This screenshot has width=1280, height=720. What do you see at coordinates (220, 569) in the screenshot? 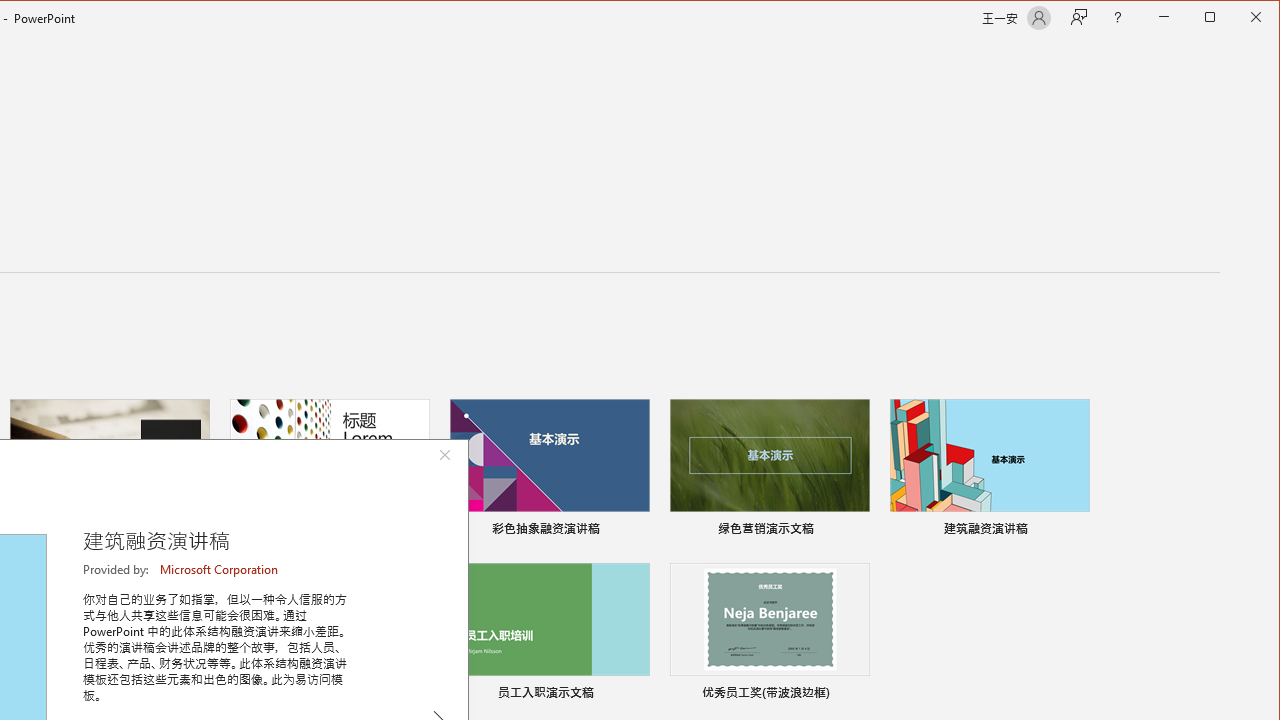
I see `'Microsoft Corporation'` at bounding box center [220, 569].